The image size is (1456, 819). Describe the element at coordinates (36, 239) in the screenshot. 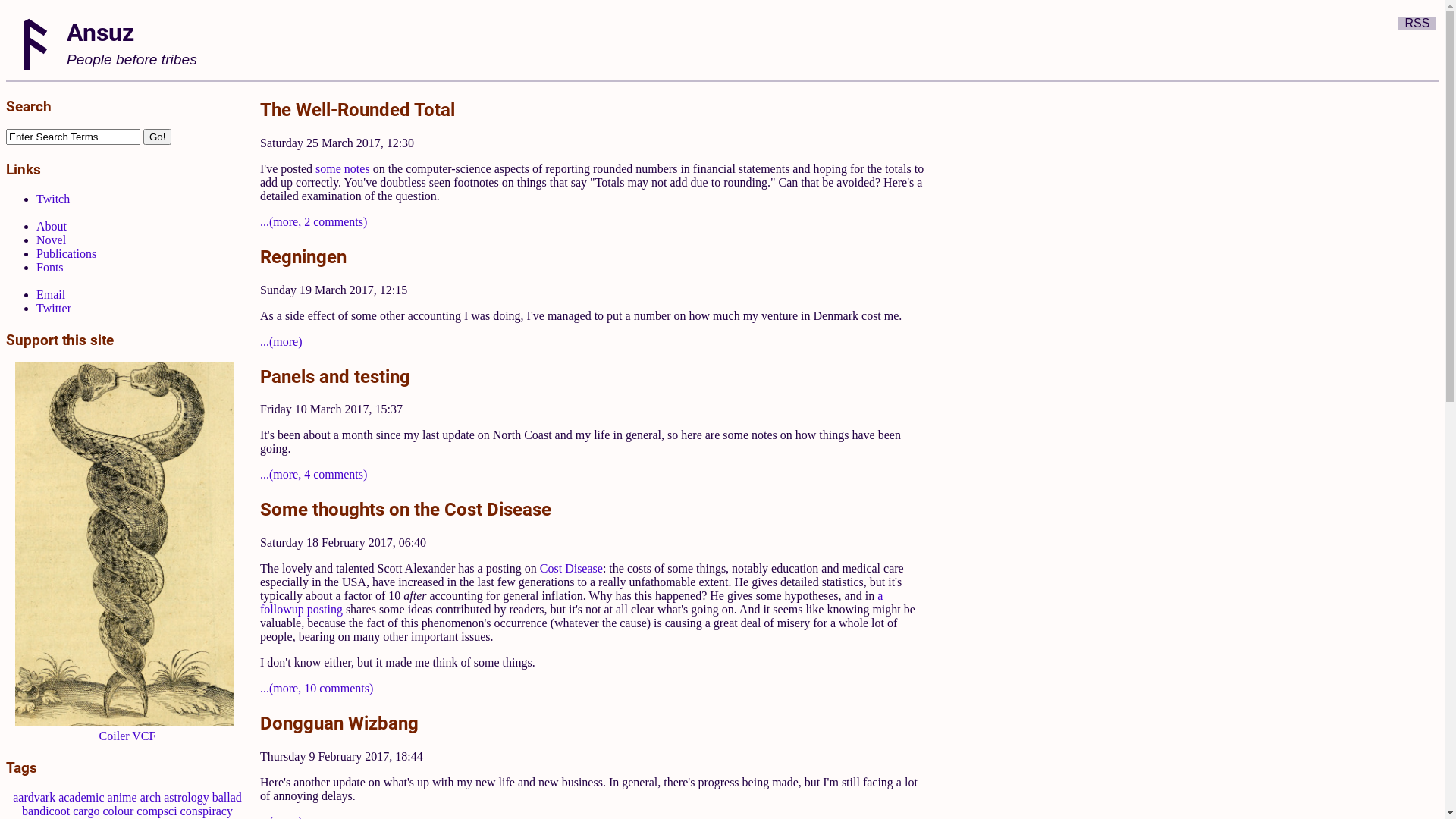

I see `'Novel'` at that location.